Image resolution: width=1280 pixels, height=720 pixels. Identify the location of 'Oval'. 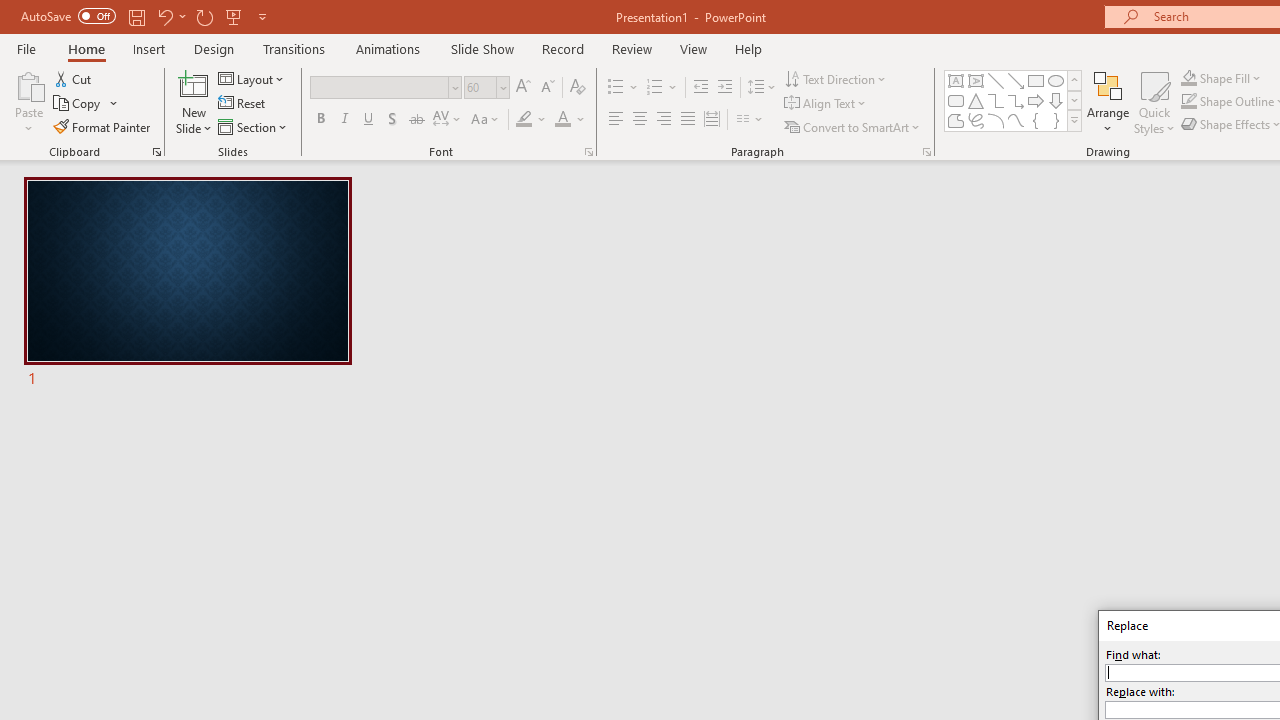
(1055, 80).